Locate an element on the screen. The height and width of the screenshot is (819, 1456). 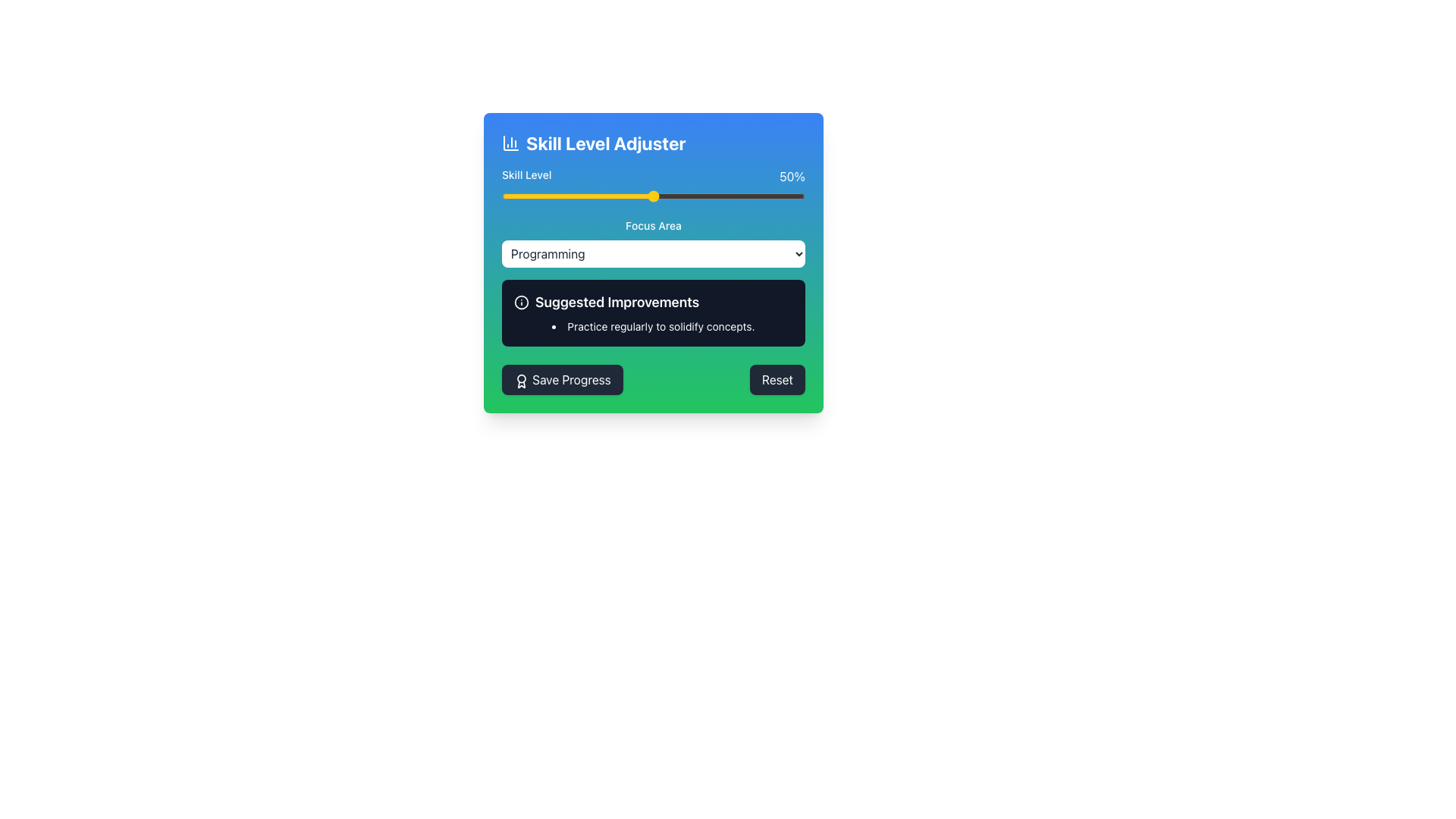
the Decorative Circle in the SVG icon that is located near the top-left area of the interface, adjacent to the text 'Skill Level Adjuster' is located at coordinates (521, 377).